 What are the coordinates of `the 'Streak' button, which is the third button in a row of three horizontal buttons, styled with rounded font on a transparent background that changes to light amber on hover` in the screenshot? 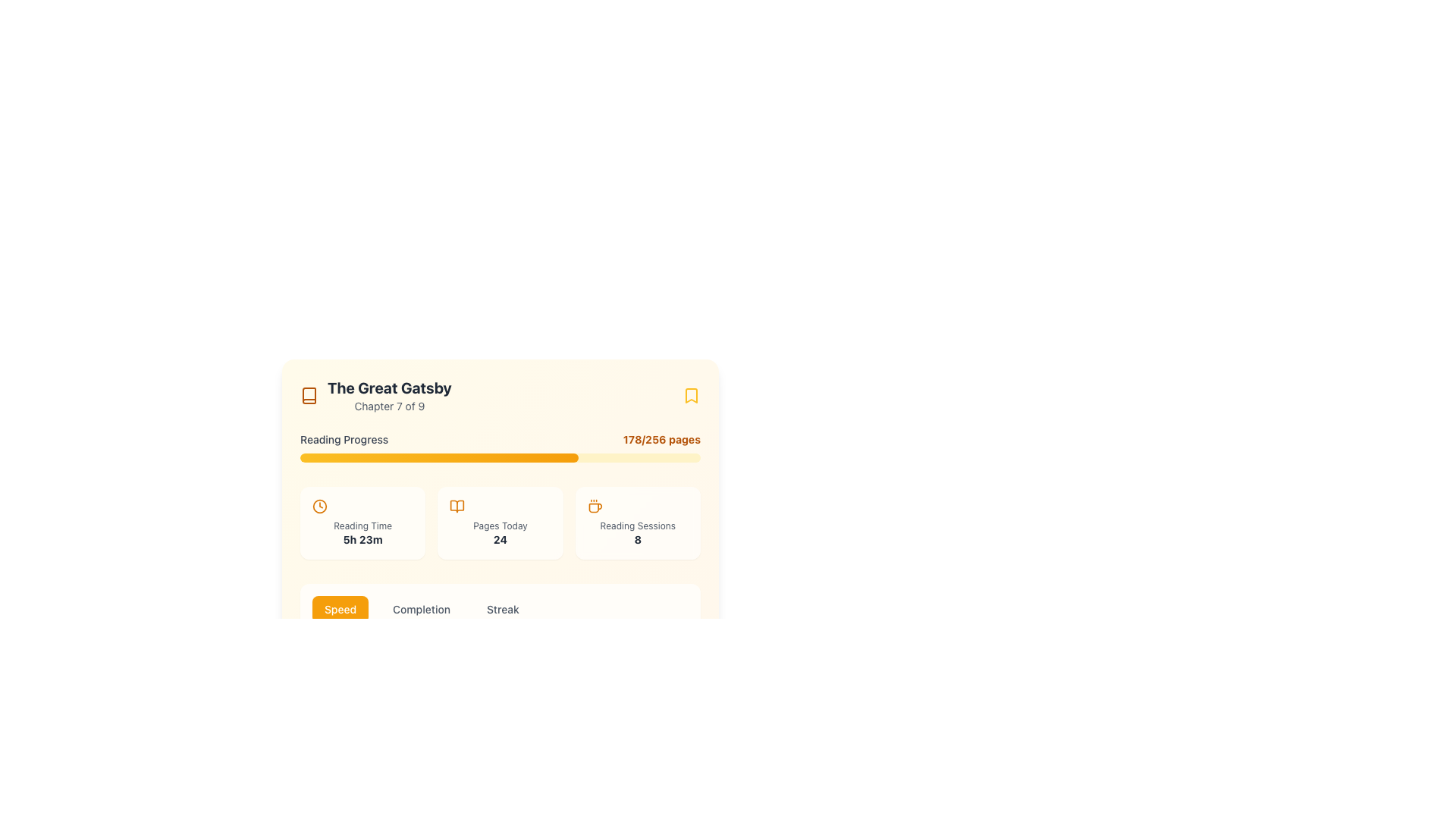 It's located at (503, 608).